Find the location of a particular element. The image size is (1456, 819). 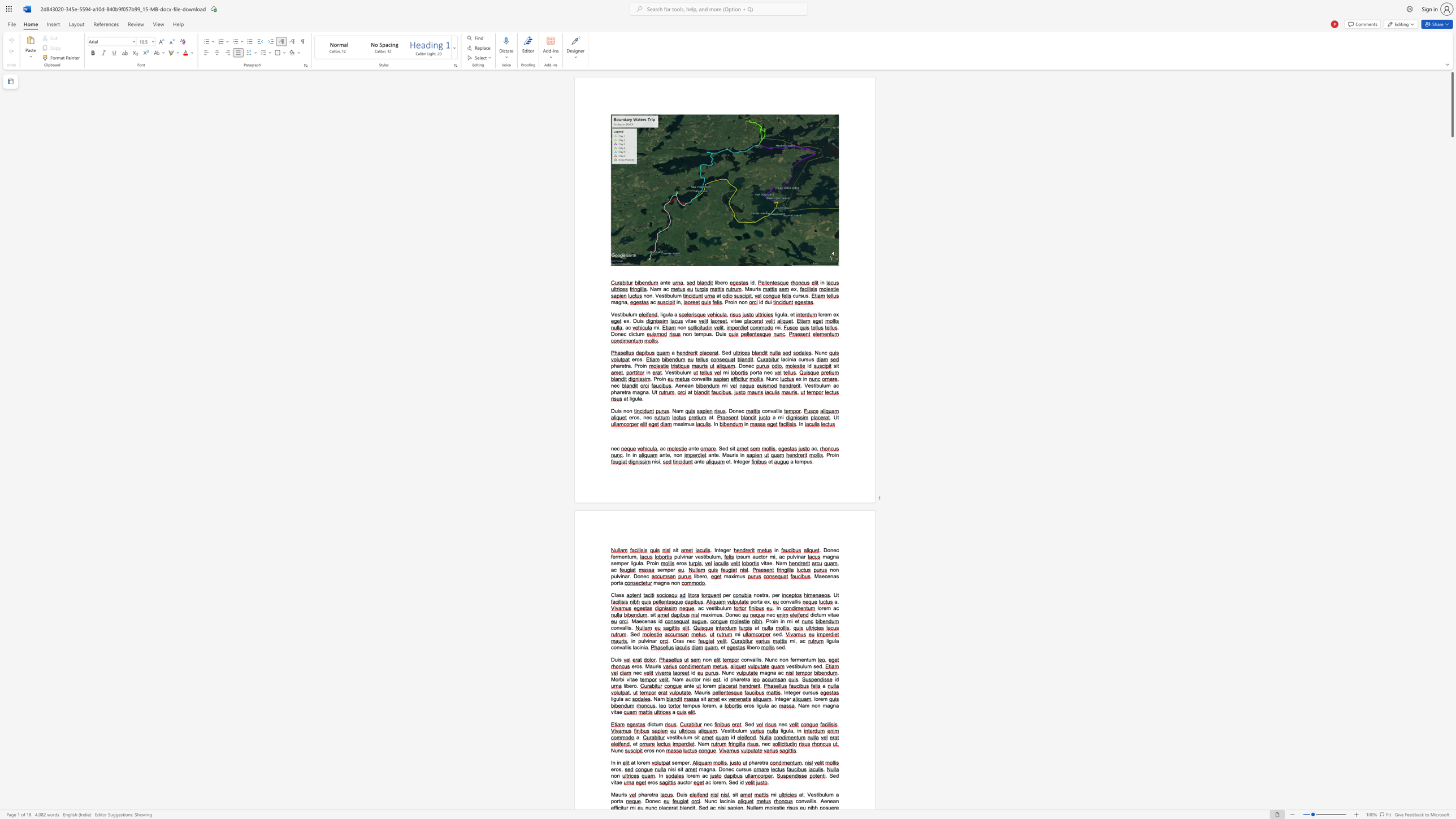

the 1th character "M" in the text is located at coordinates (816, 575).